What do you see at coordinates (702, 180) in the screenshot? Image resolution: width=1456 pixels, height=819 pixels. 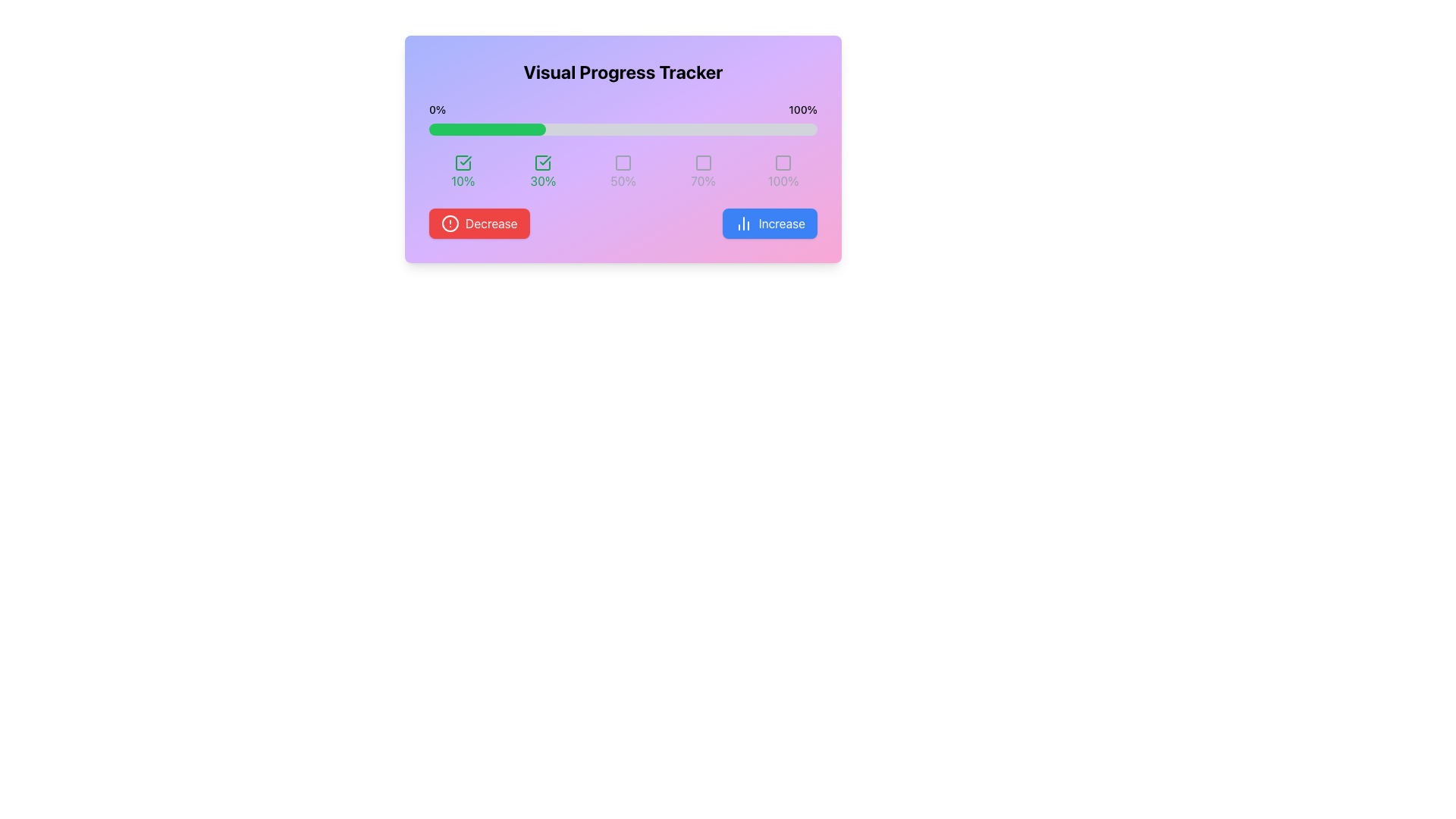 I see `text label that displays '70%' in gray font color, located below the square icon in the progress tracking interface` at bounding box center [702, 180].